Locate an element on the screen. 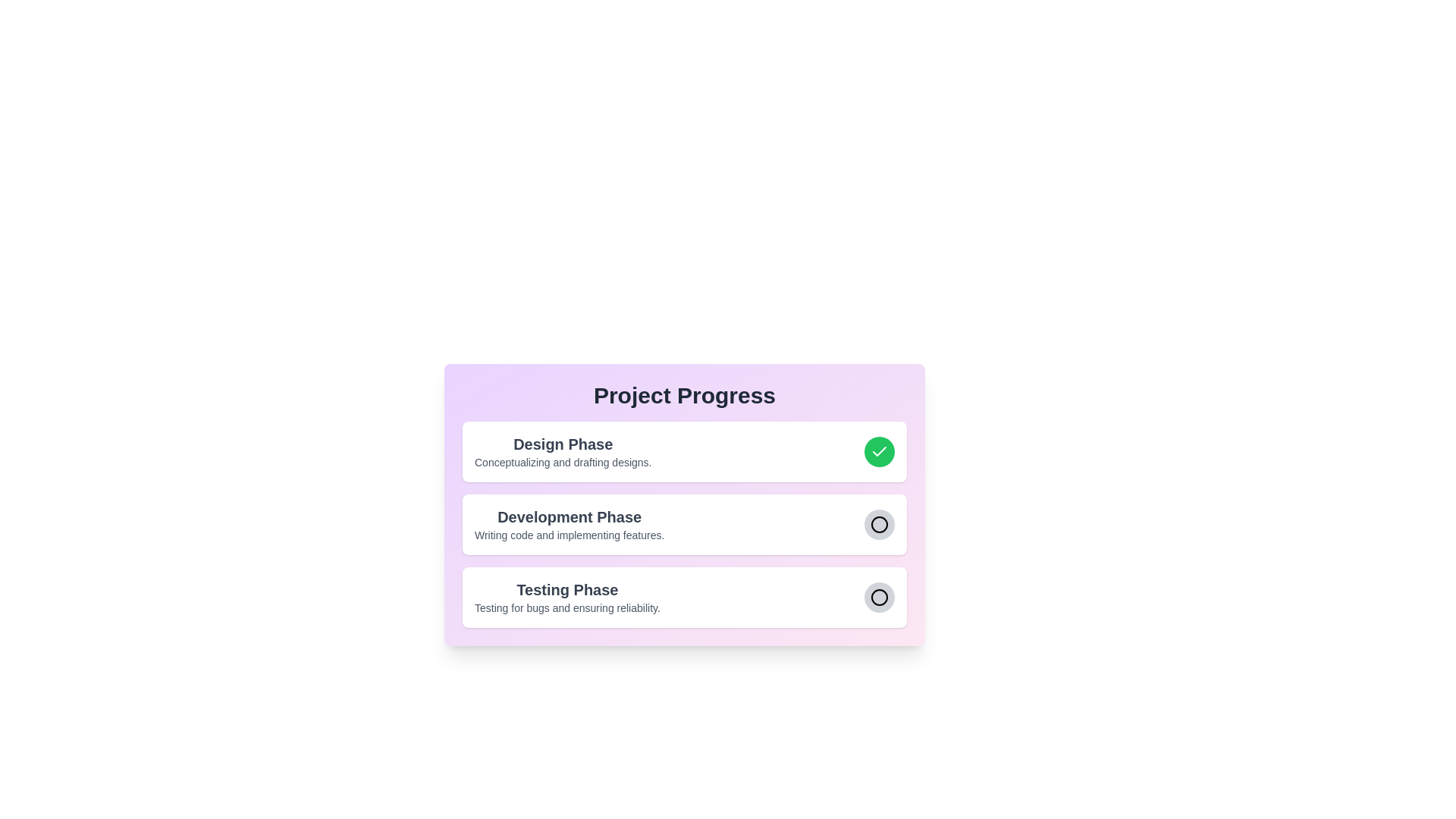 This screenshot has height=819, width=1456. text section titled 'Development Phase' which contains the lines 'Development Phase' and 'Writing code and implementing features.' is located at coordinates (569, 523).